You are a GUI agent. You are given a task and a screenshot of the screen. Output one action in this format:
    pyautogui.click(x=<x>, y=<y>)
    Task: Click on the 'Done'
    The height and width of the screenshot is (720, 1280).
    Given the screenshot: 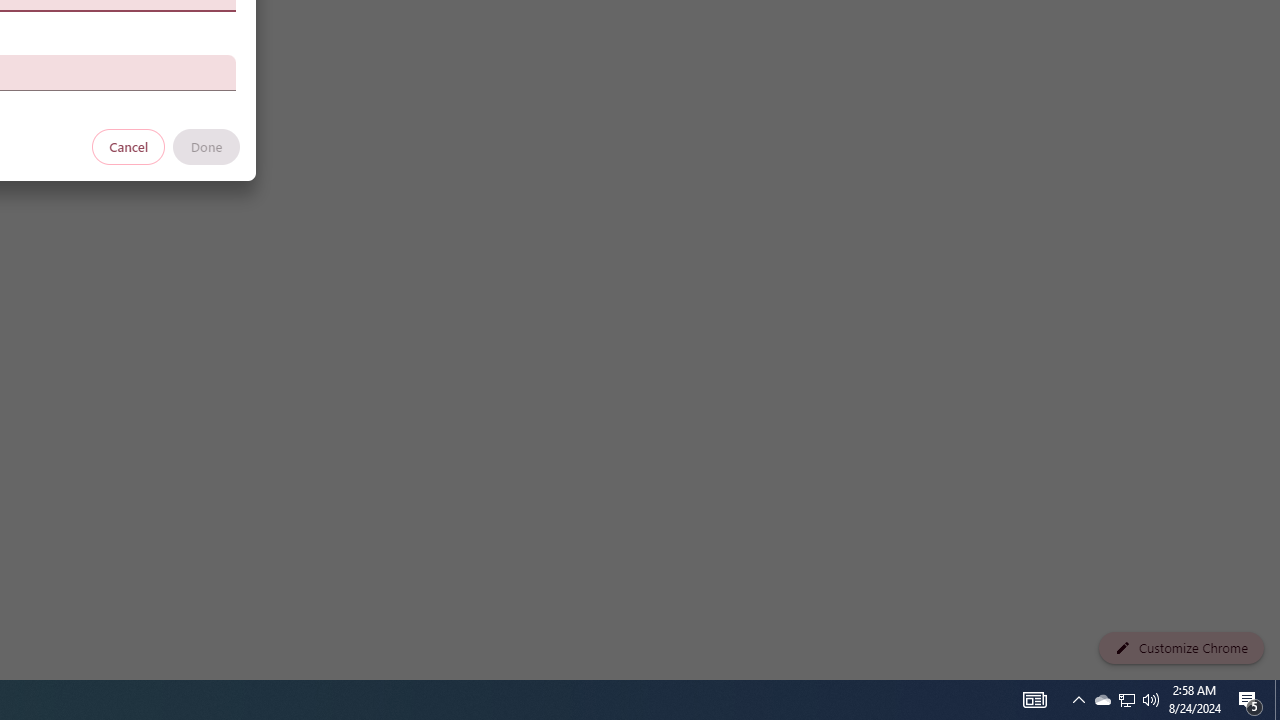 What is the action you would take?
    pyautogui.click(x=206, y=145)
    